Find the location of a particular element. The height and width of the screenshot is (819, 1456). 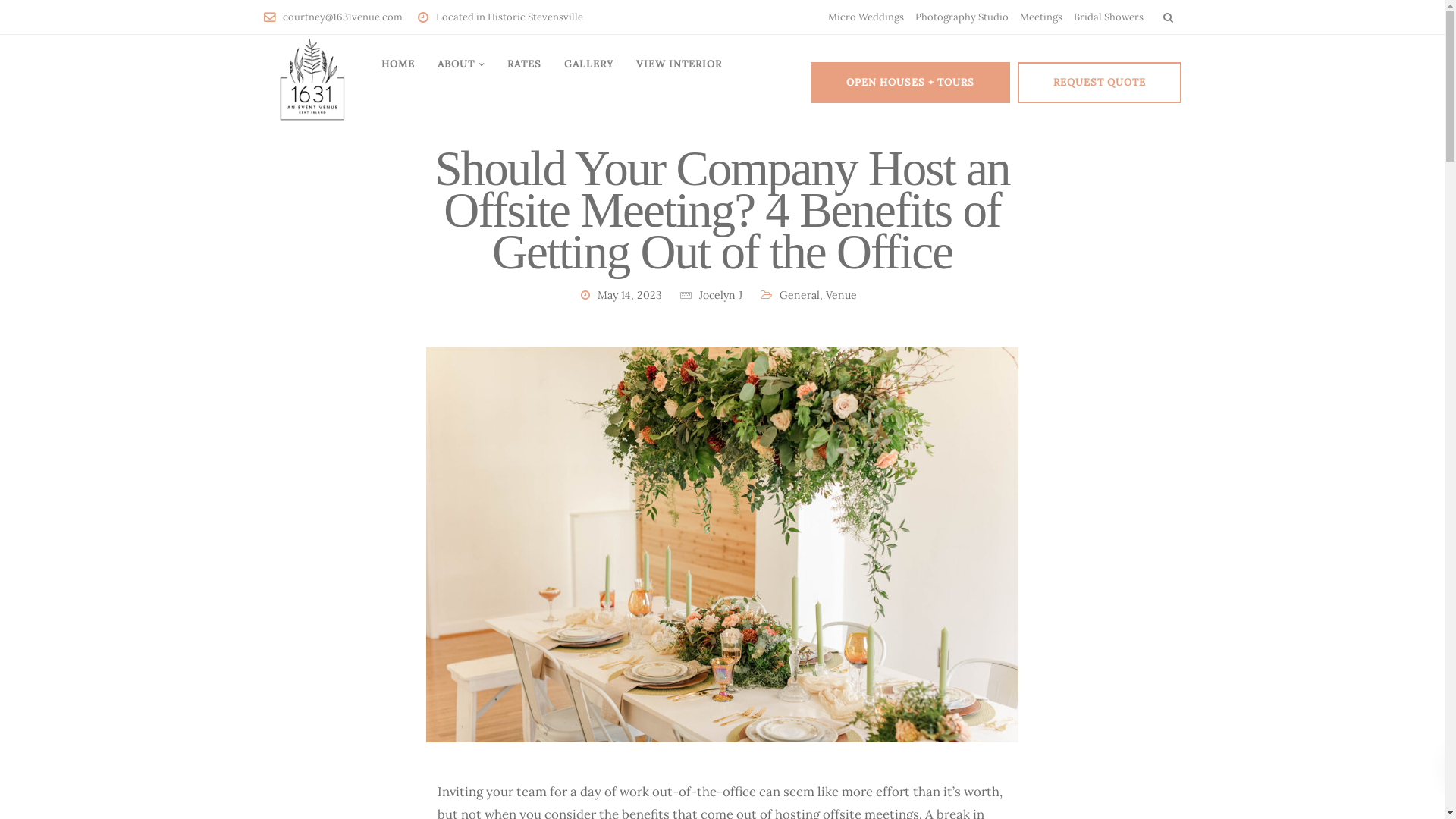

'Meetings' is located at coordinates (1040, 17).